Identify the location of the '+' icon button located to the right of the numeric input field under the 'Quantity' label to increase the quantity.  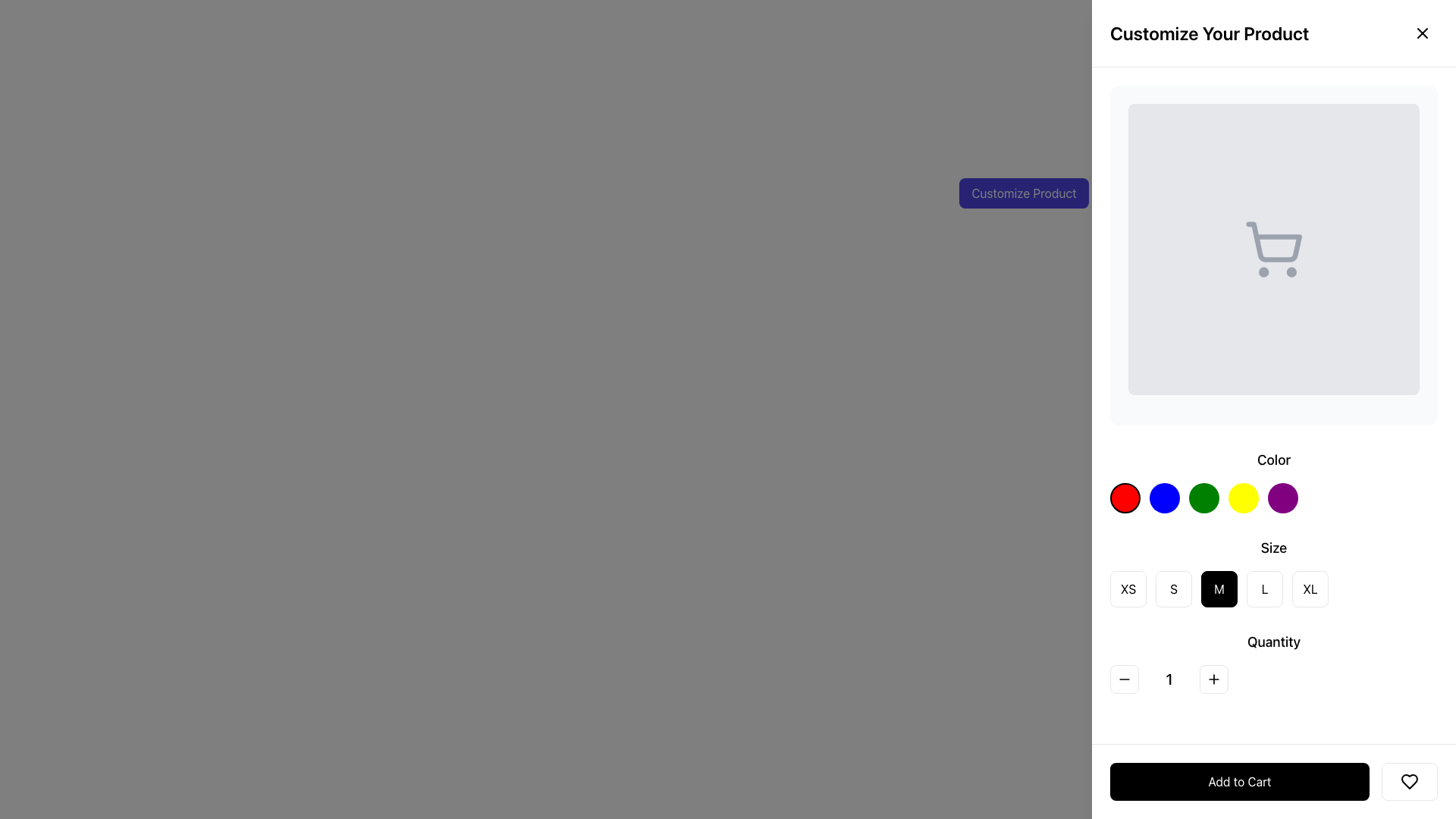
(1214, 678).